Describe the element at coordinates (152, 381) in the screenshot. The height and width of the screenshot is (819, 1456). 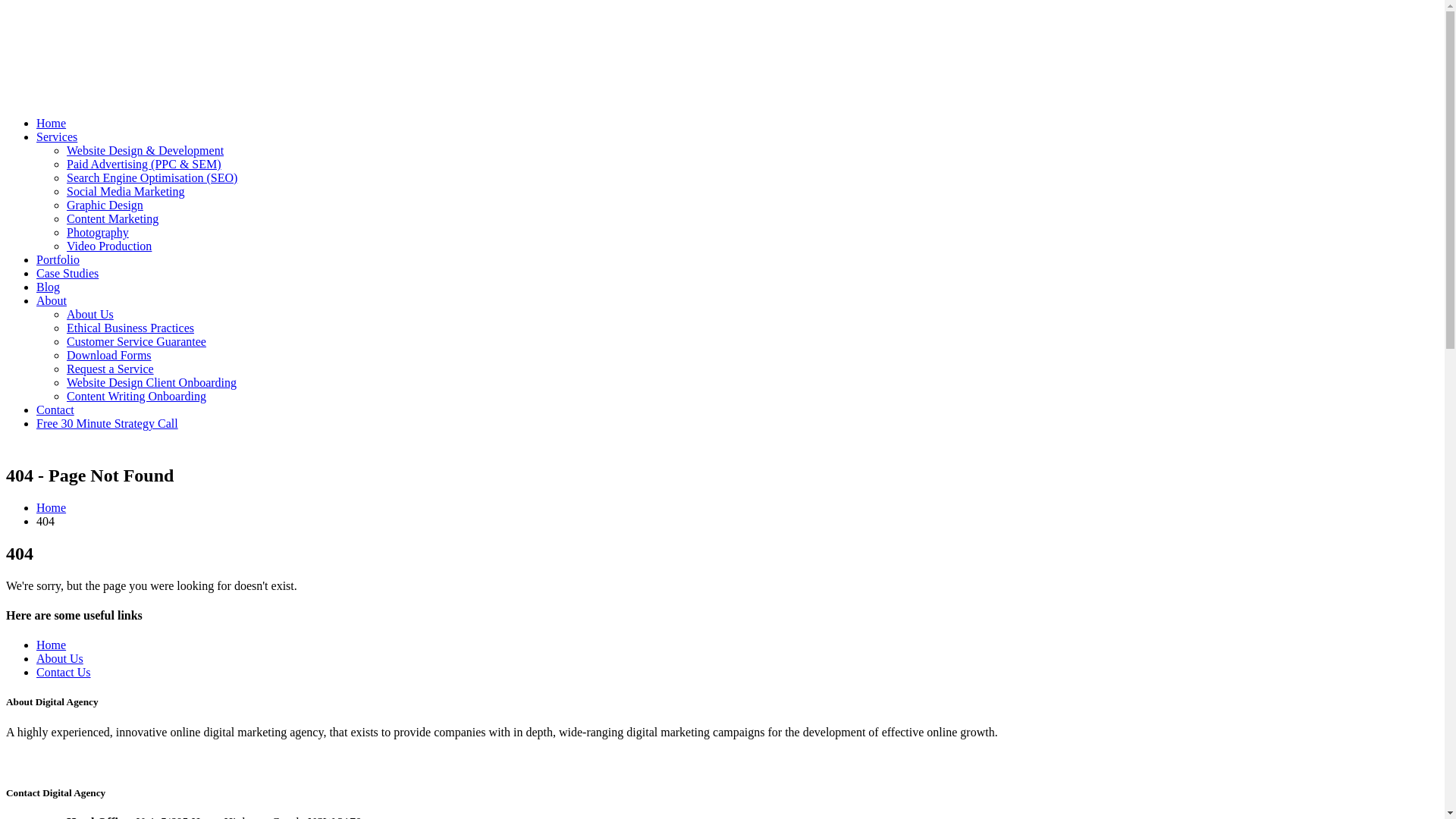
I see `'Website Design Client Onboarding'` at that location.